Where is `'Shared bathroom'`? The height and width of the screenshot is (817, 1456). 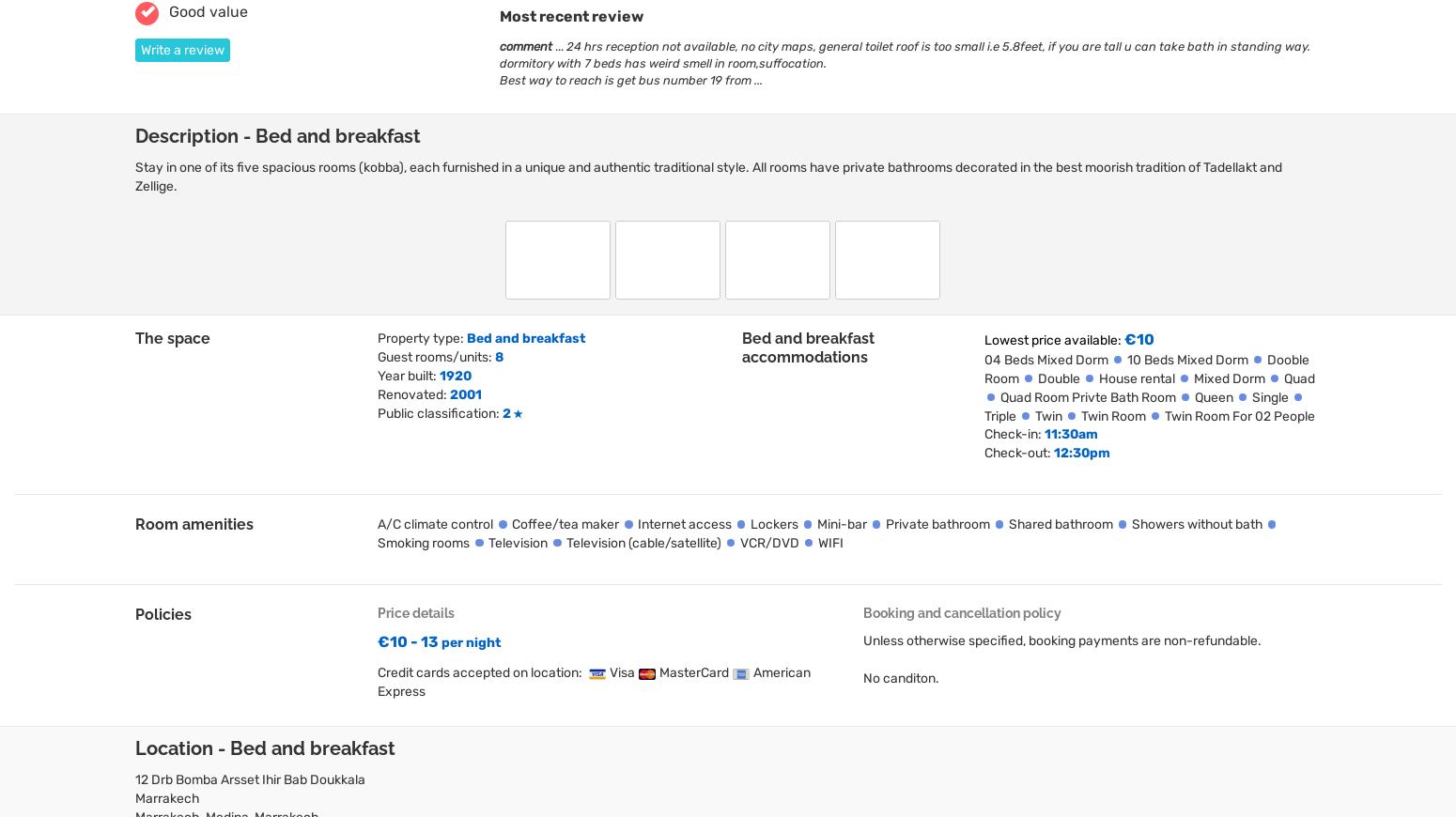
'Shared bathroom' is located at coordinates (1059, 523).